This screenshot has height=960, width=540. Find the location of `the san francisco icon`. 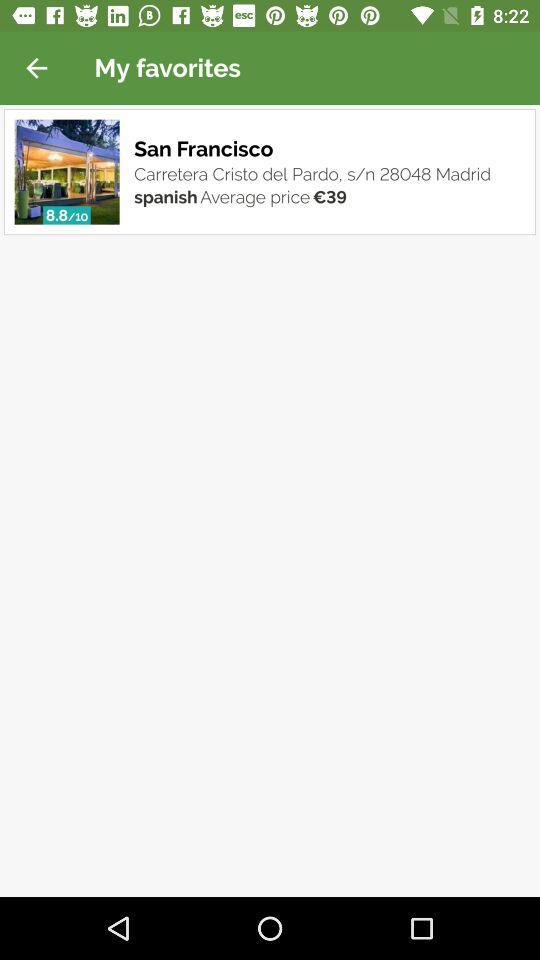

the san francisco icon is located at coordinates (205, 148).